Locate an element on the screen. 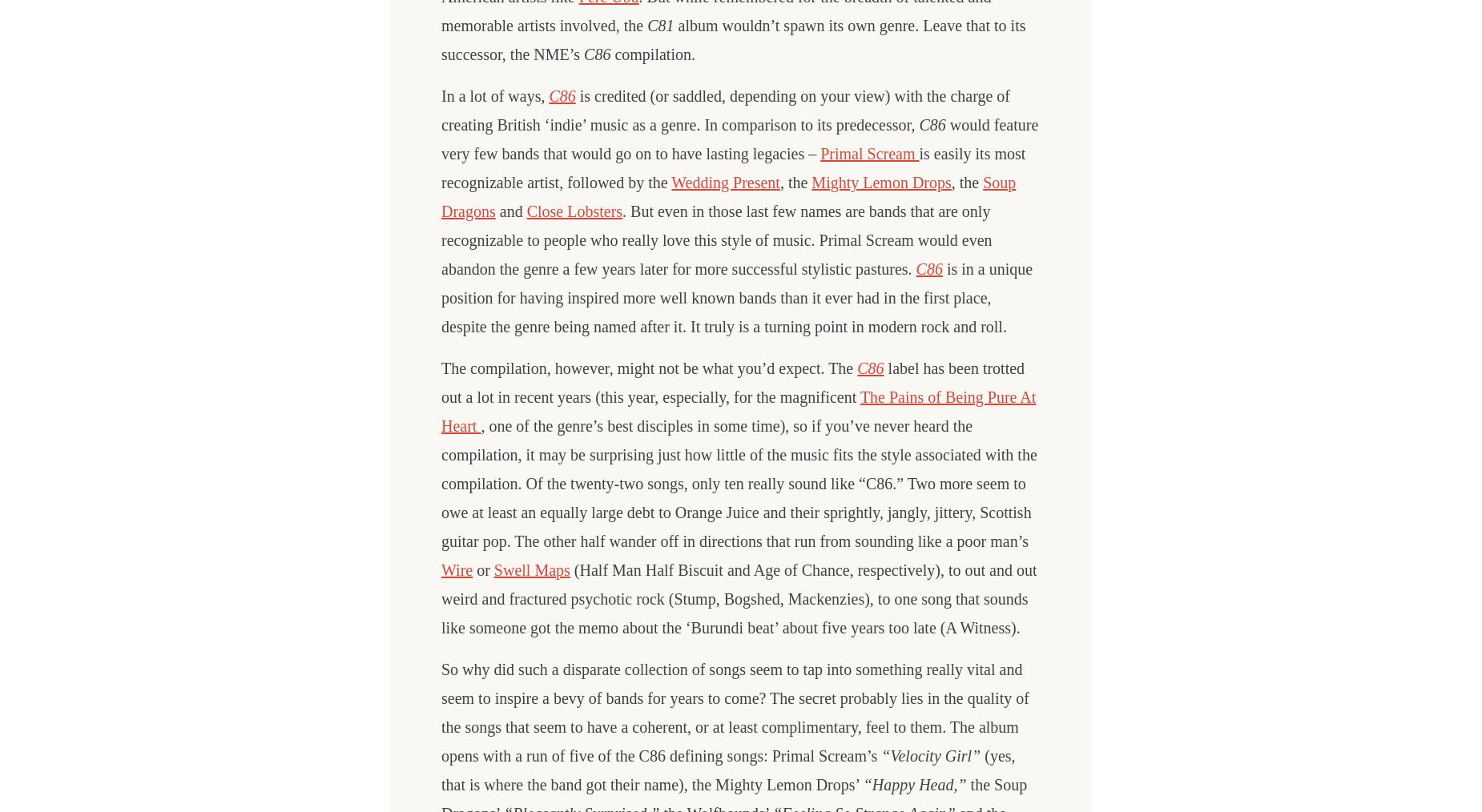 The height and width of the screenshot is (812, 1482). '.  But even in those last few names are bands that are only recognizable to people who really love this style of music. Primal Scream would even abandon the genre a few years later for more successful stylistic pastures.' is located at coordinates (716, 240).